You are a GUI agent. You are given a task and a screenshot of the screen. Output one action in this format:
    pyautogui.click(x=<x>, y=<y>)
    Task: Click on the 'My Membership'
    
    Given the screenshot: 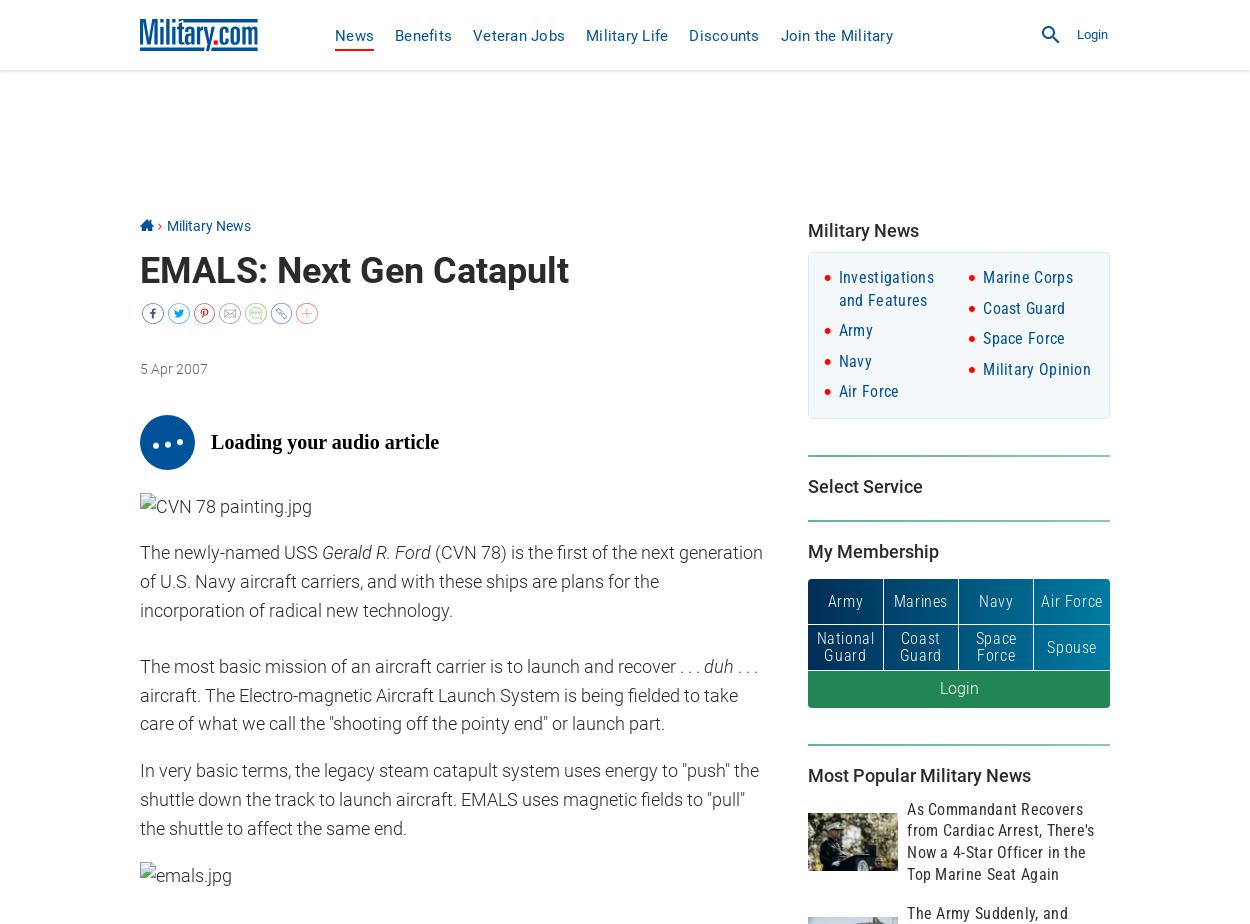 What is the action you would take?
    pyautogui.click(x=872, y=551)
    